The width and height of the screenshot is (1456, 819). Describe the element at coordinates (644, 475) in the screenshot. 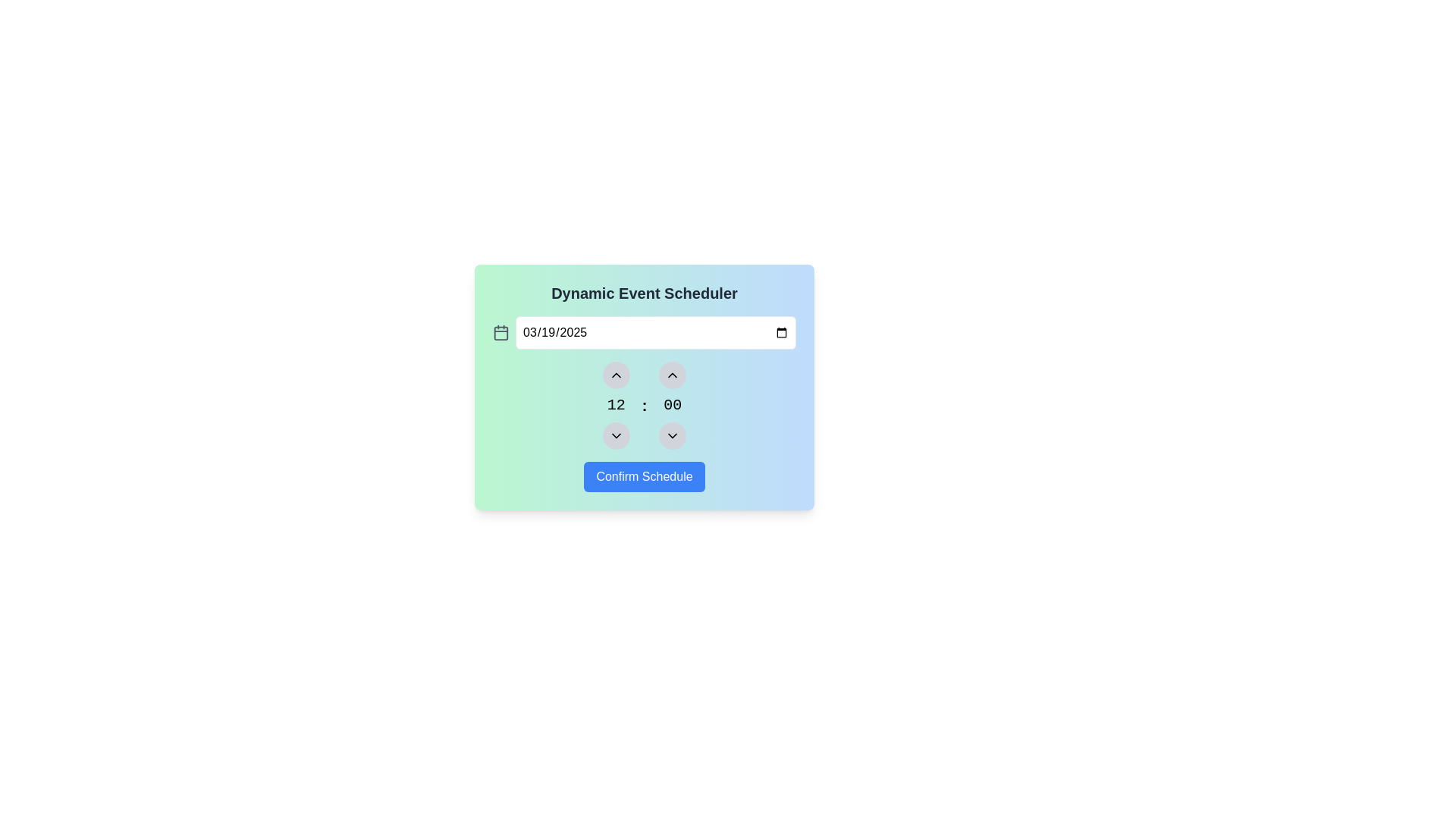

I see `the confirm button located at the bottom-center of the 'Dynamic Event Scheduler' card to confirm the scheduling action` at that location.